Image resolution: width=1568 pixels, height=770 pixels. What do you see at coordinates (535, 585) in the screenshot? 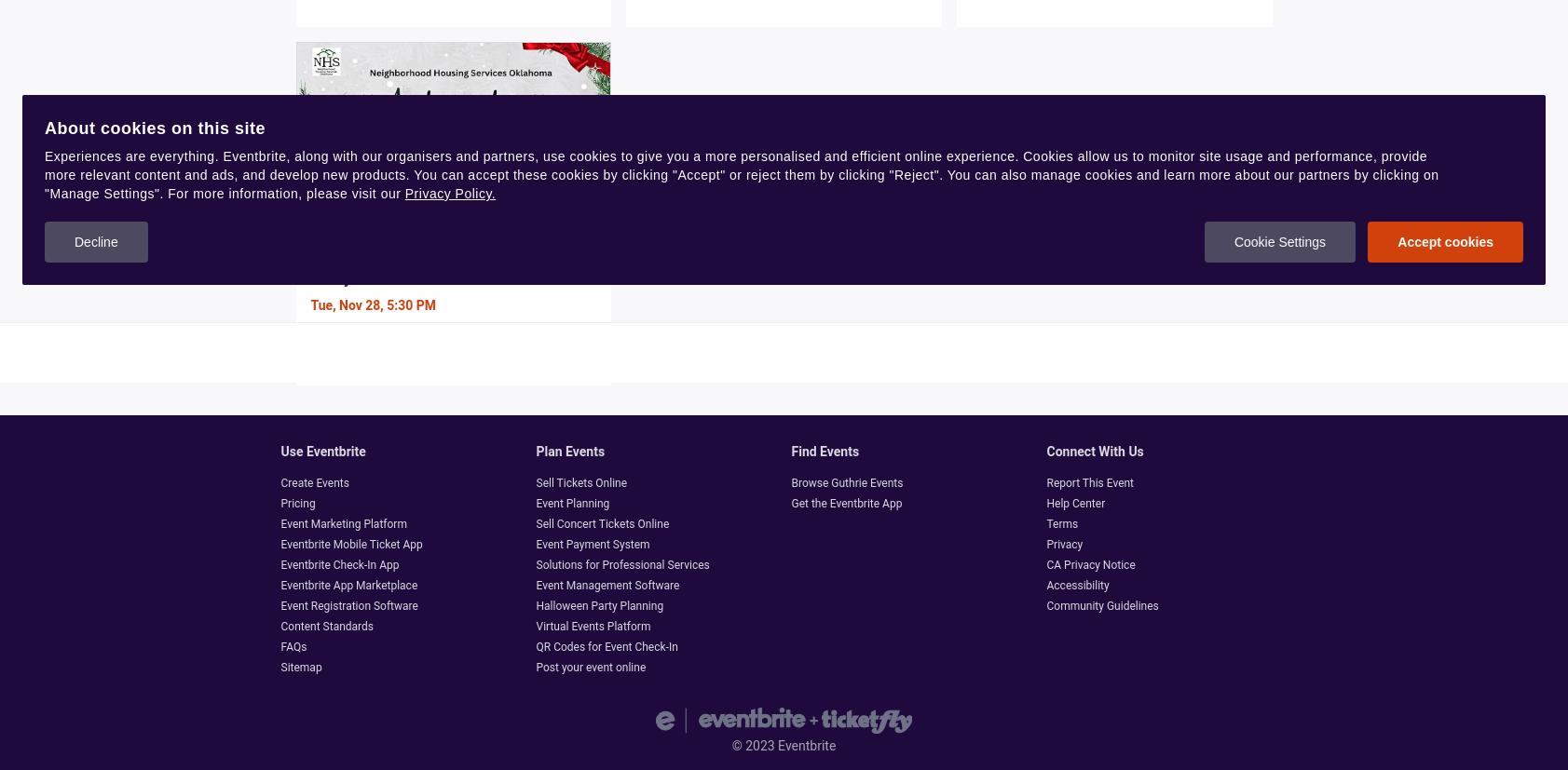
I see `'Event Management Software'` at bounding box center [535, 585].